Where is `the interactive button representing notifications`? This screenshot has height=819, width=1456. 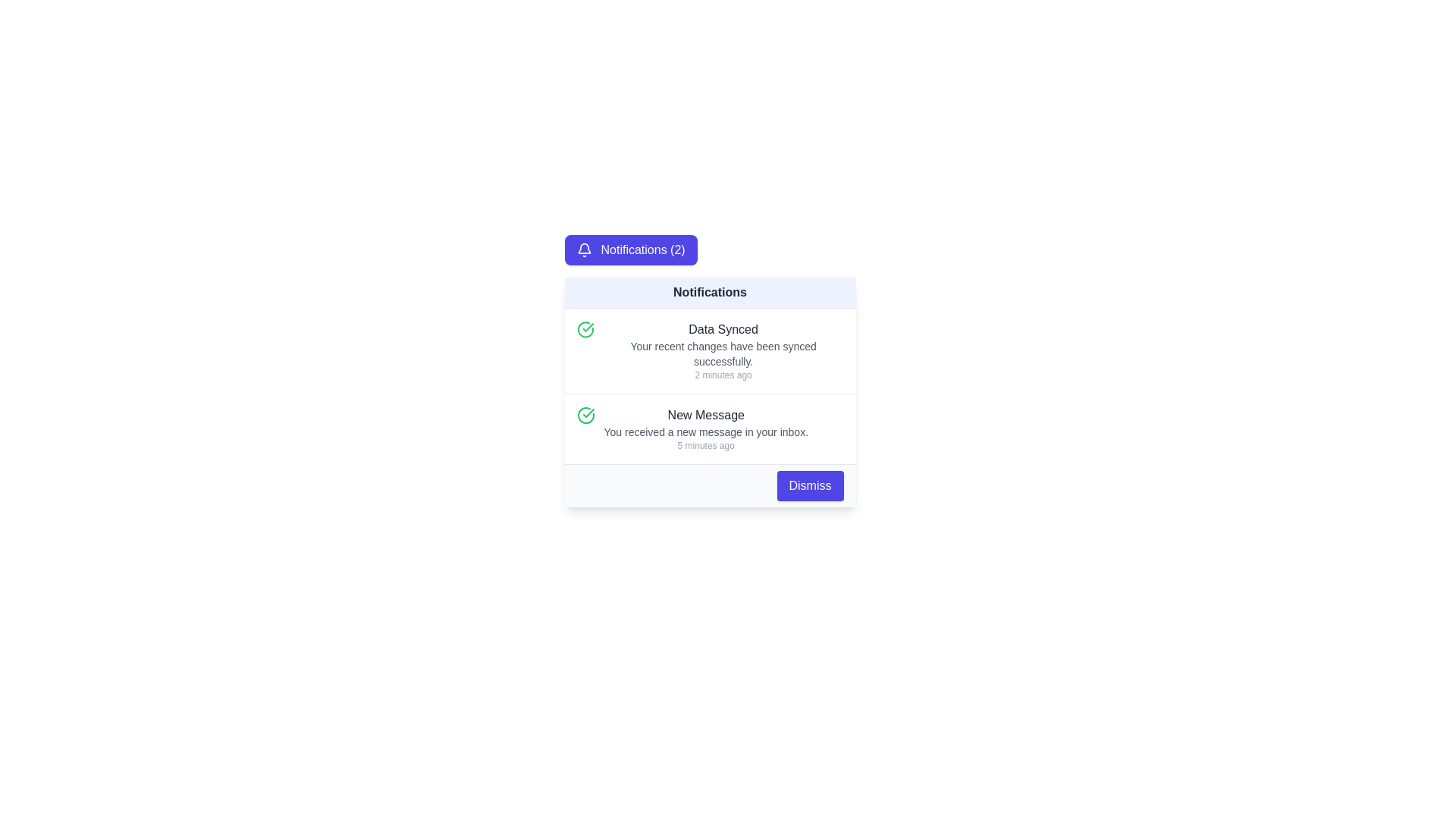
the interactive button representing notifications is located at coordinates (631, 249).